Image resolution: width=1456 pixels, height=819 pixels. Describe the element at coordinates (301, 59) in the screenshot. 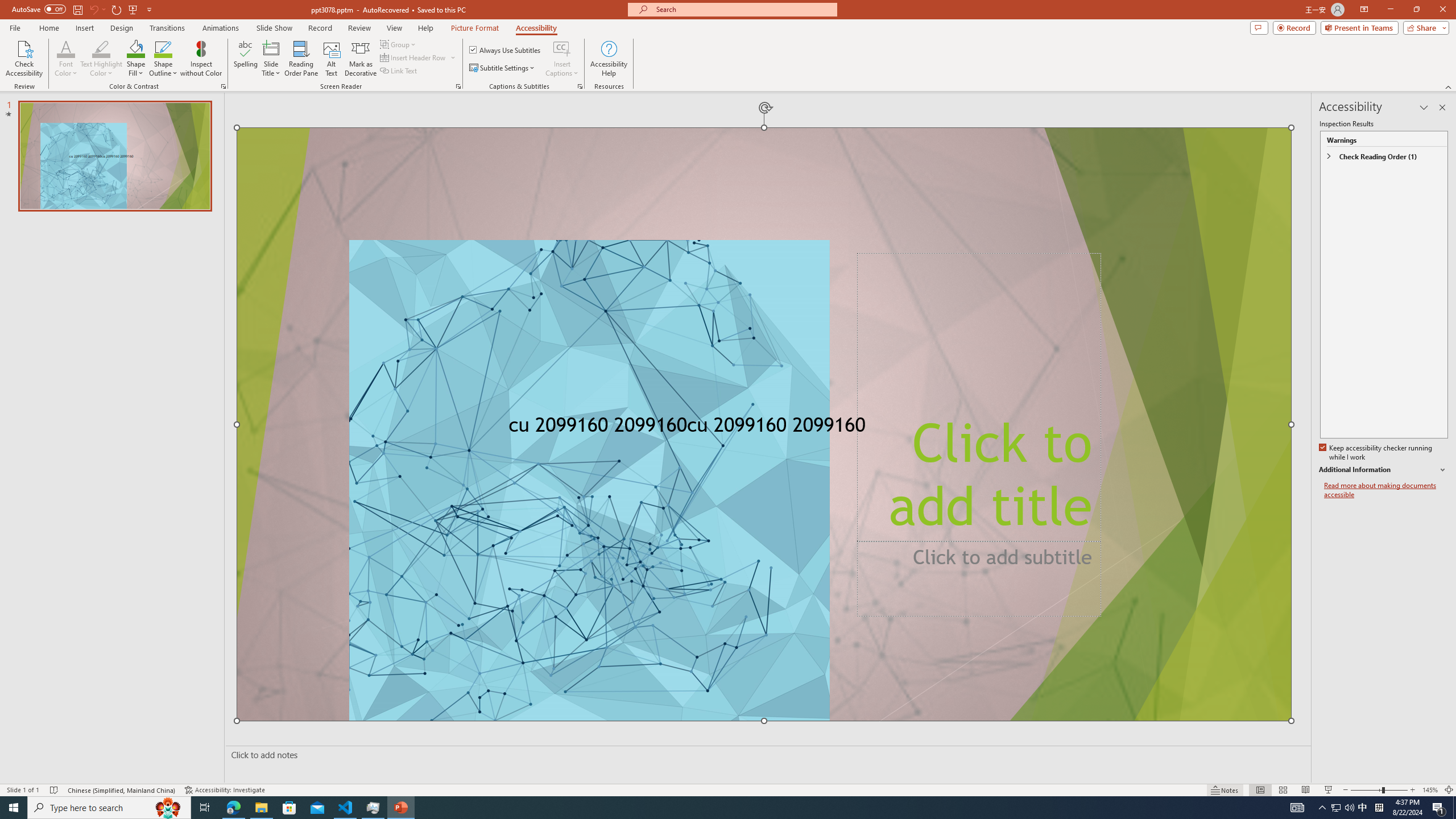

I see `'Reading Order Pane'` at that location.